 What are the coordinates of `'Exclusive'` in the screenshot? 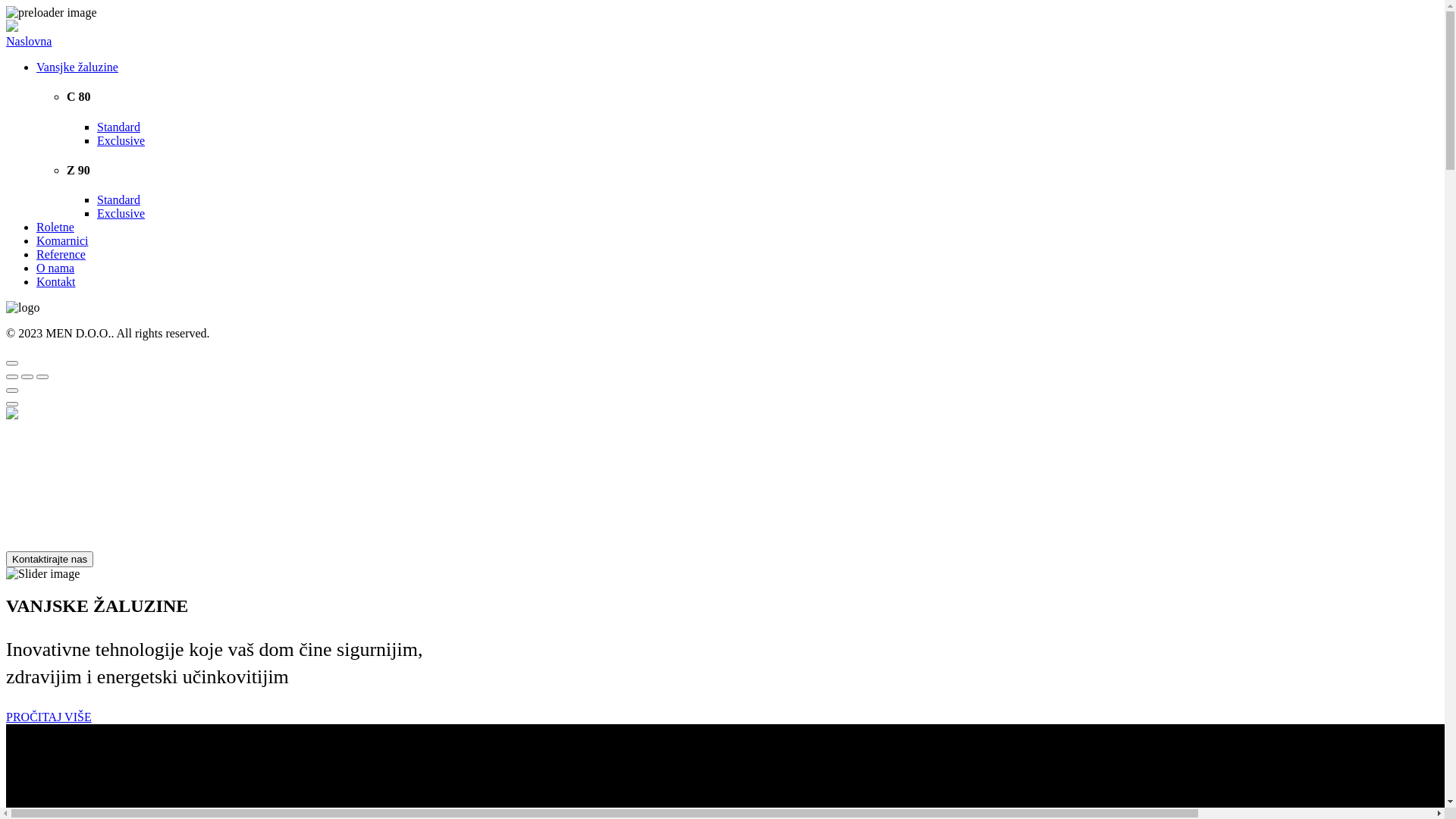 It's located at (120, 213).